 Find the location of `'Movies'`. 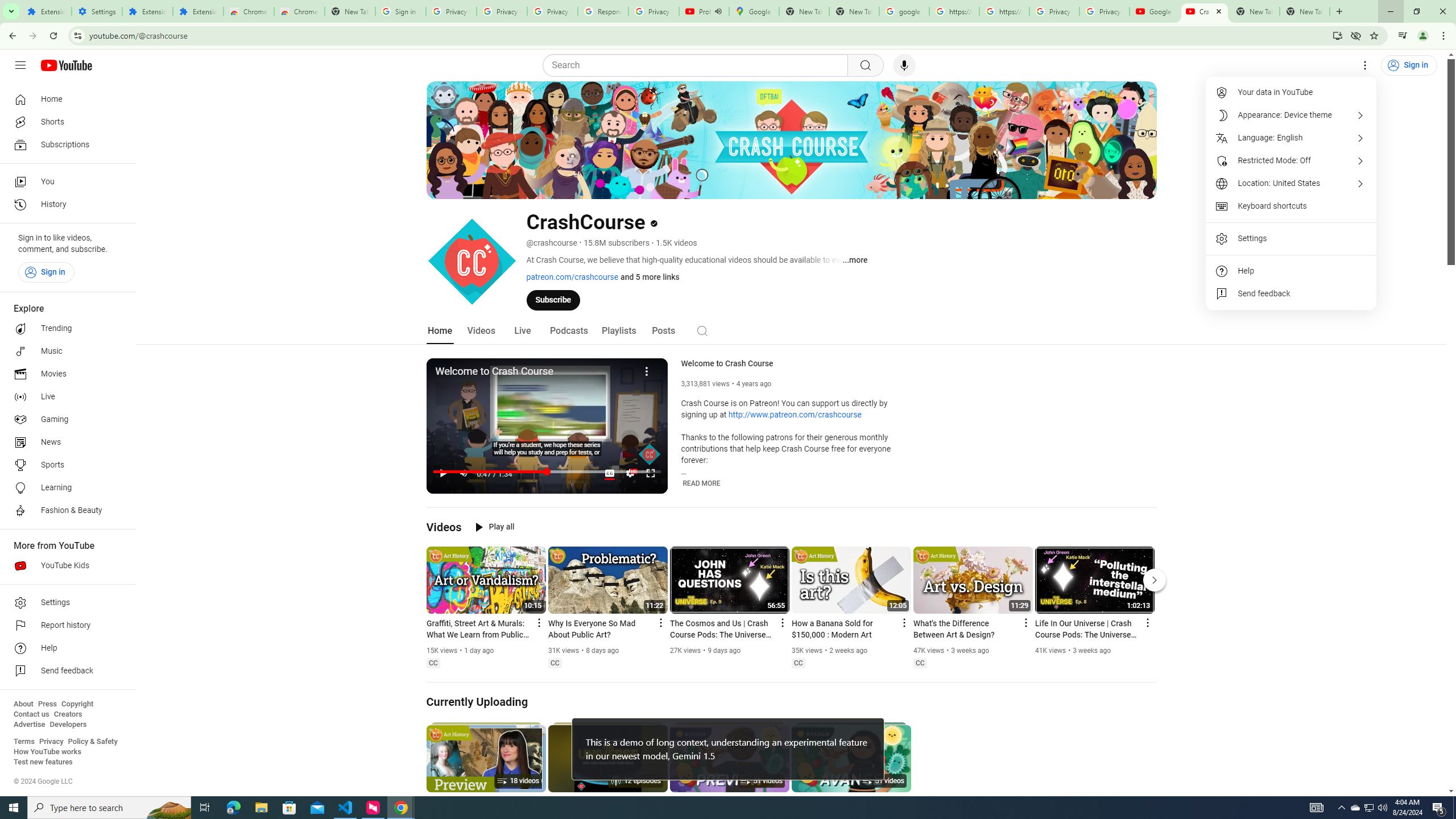

'Movies' is located at coordinates (64, 374).